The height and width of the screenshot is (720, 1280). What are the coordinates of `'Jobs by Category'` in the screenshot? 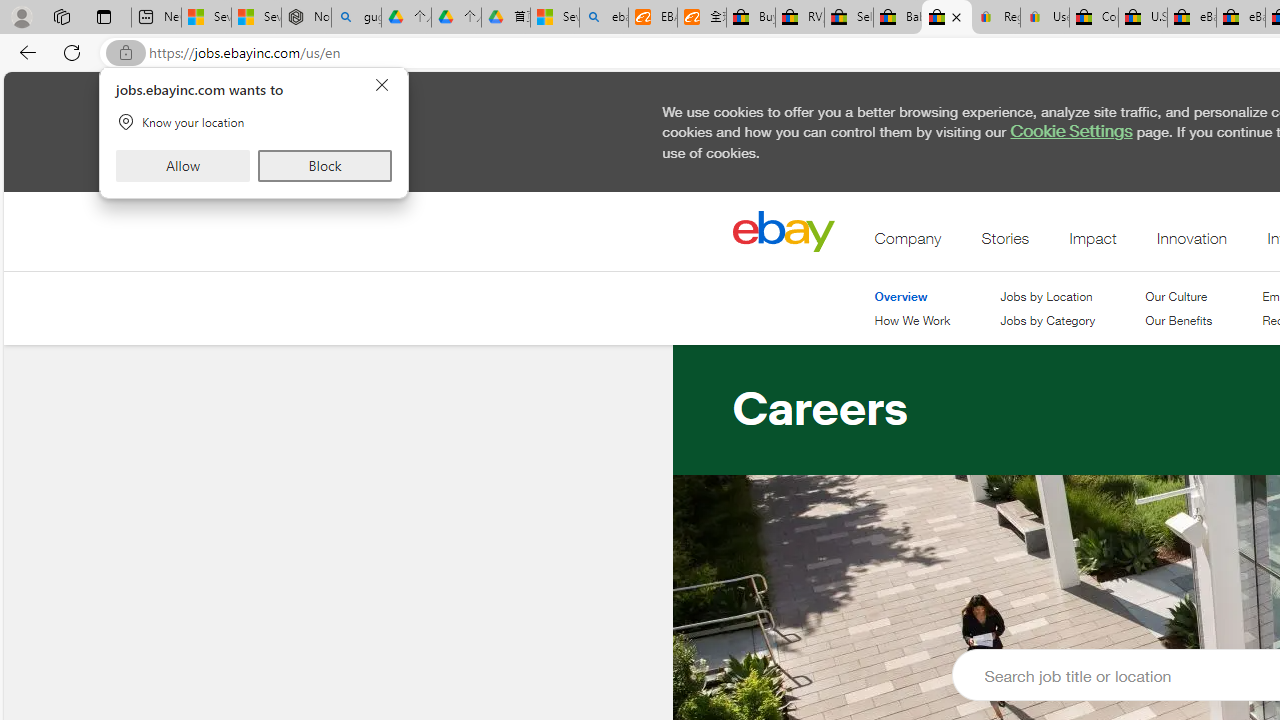 It's located at (1046, 320).